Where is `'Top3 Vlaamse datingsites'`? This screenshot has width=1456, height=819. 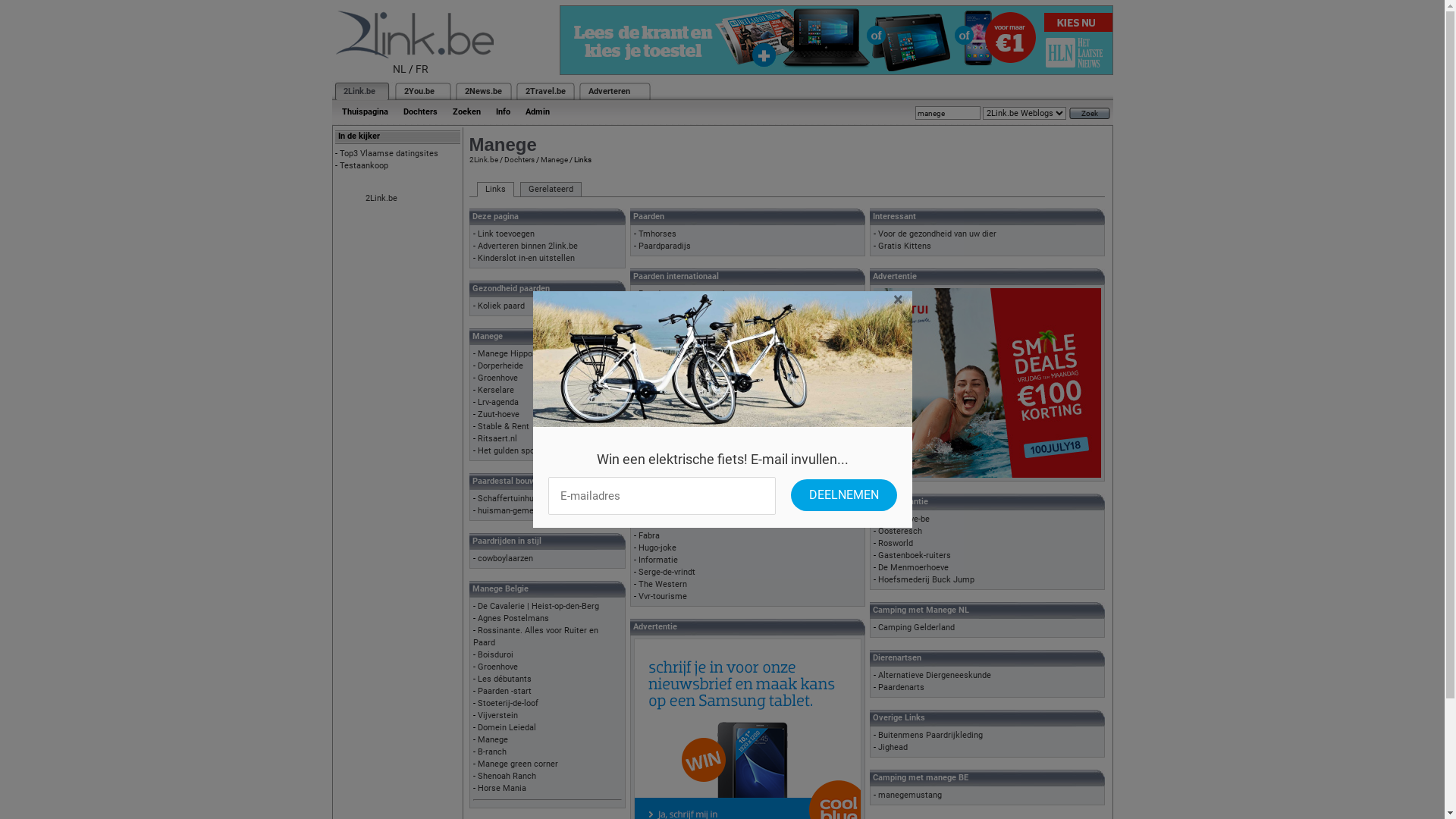
'Top3 Vlaamse datingsites' is located at coordinates (389, 153).